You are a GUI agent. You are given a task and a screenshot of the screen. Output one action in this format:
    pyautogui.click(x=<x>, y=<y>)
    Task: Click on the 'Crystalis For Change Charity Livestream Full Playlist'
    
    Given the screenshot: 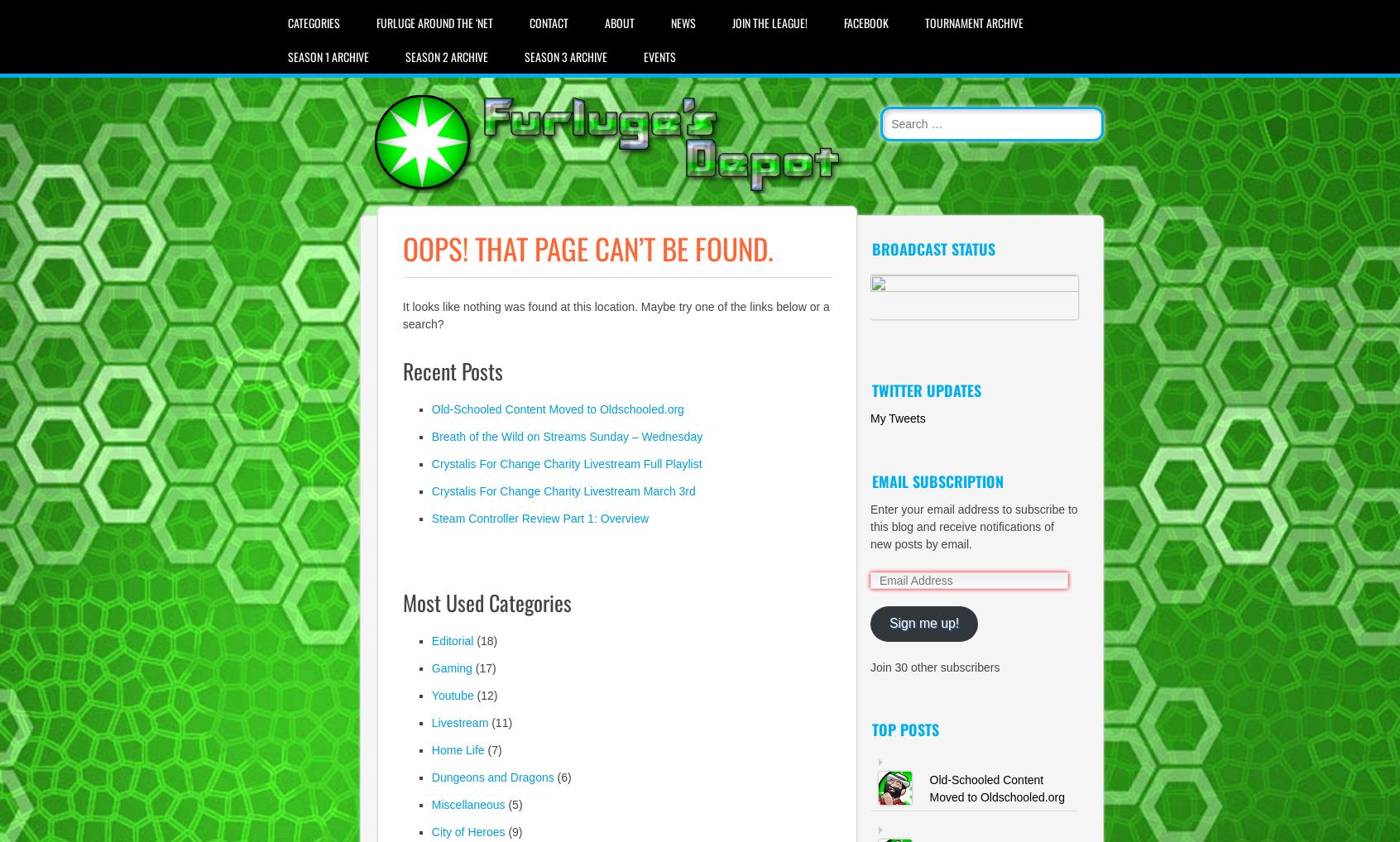 What is the action you would take?
    pyautogui.click(x=566, y=462)
    